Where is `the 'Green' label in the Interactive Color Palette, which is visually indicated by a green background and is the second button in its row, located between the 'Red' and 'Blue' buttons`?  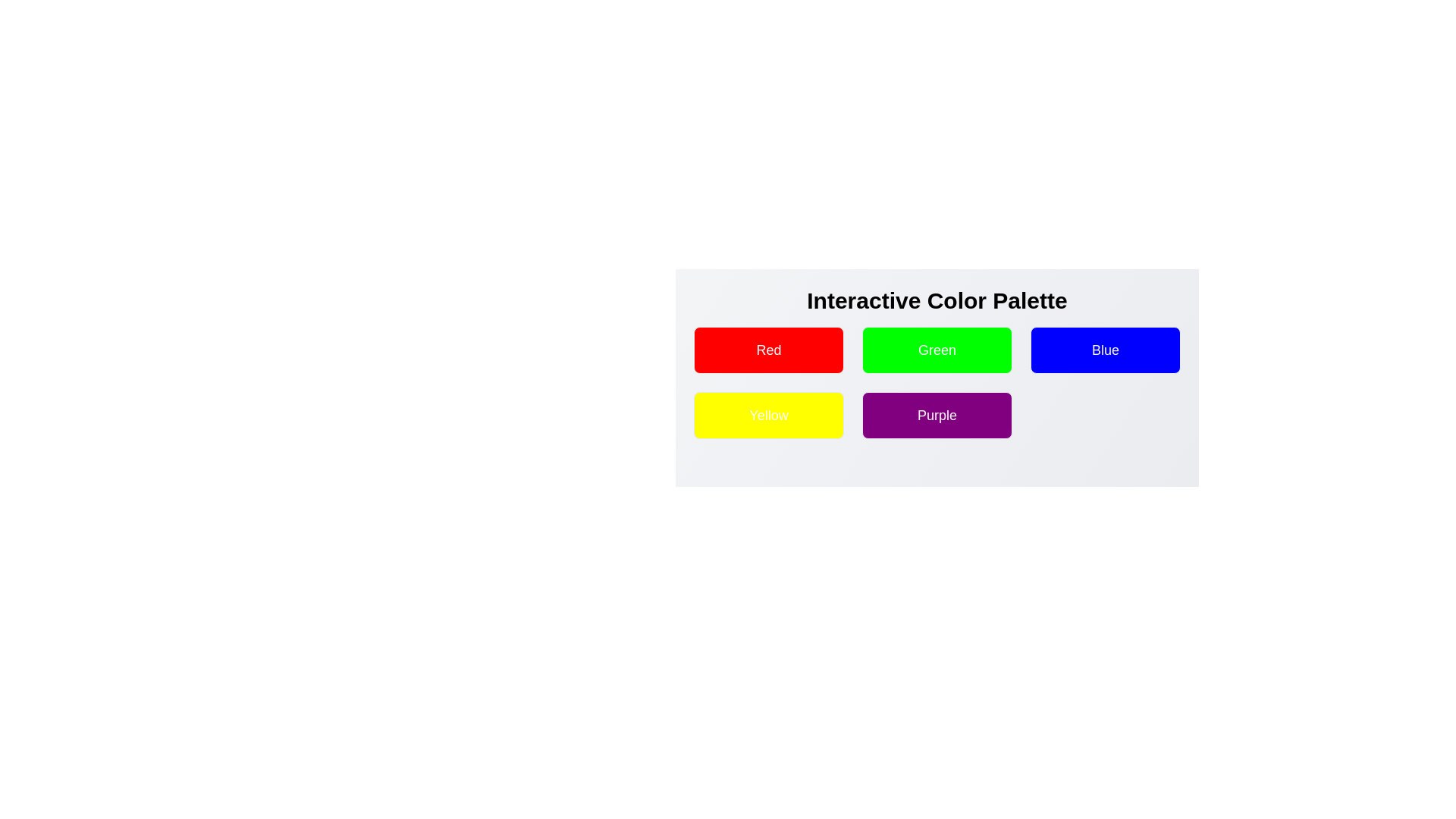
the 'Green' label in the Interactive Color Palette, which is visually indicated by a green background and is the second button in its row, located between the 'Red' and 'Blue' buttons is located at coordinates (937, 350).